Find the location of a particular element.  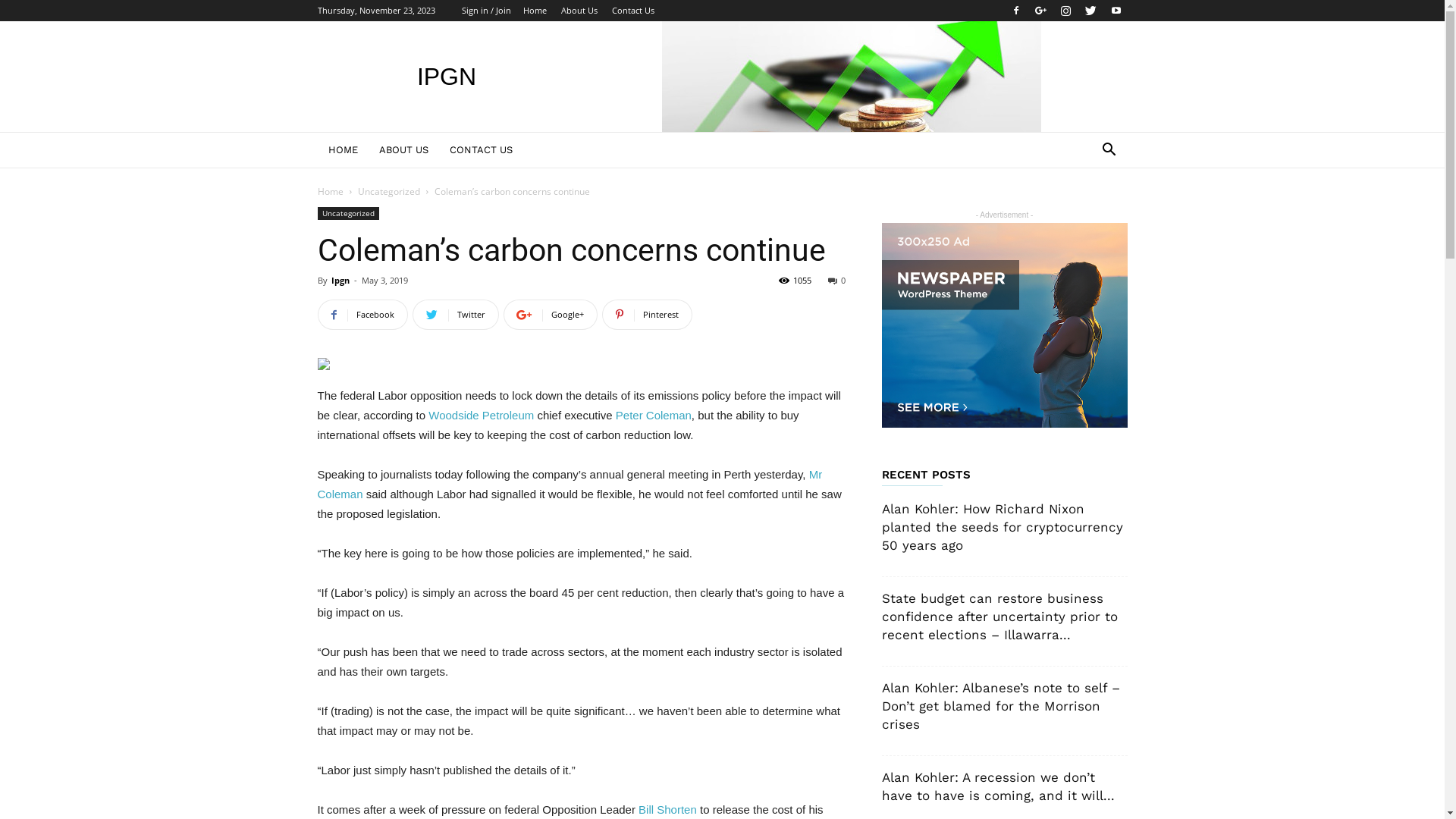

'Home' is located at coordinates (535, 10).